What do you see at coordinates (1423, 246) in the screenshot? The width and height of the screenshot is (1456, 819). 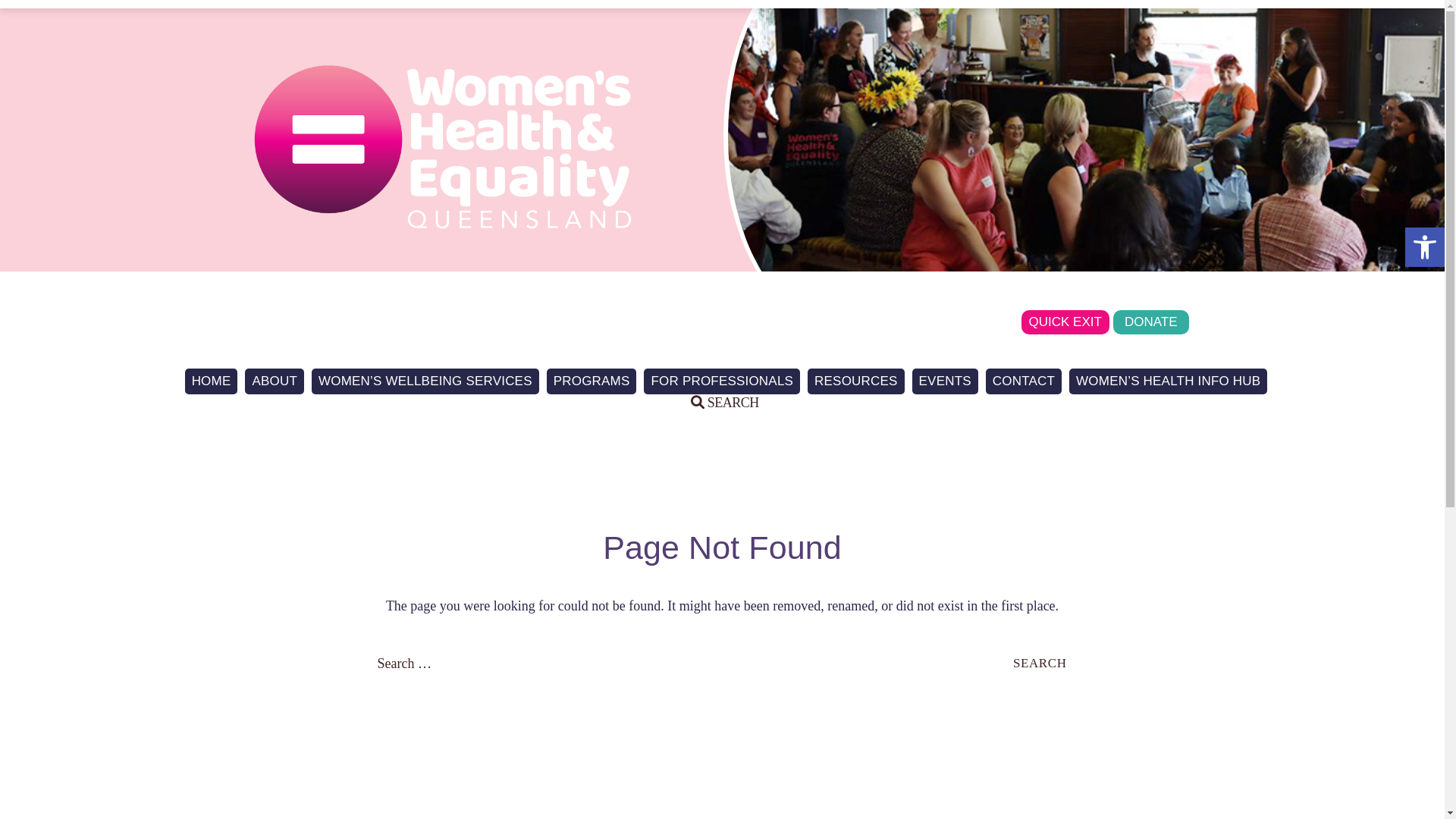 I see `'Open toolbar'` at bounding box center [1423, 246].